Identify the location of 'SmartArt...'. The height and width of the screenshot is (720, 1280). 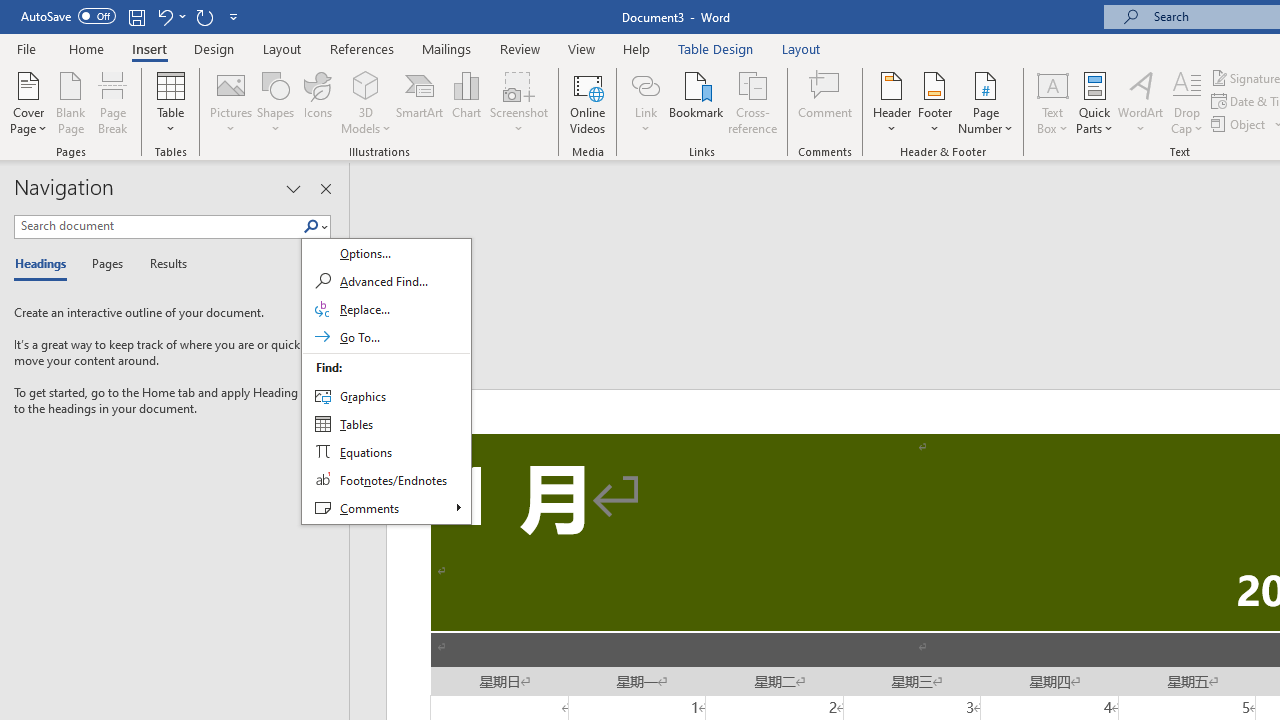
(418, 103).